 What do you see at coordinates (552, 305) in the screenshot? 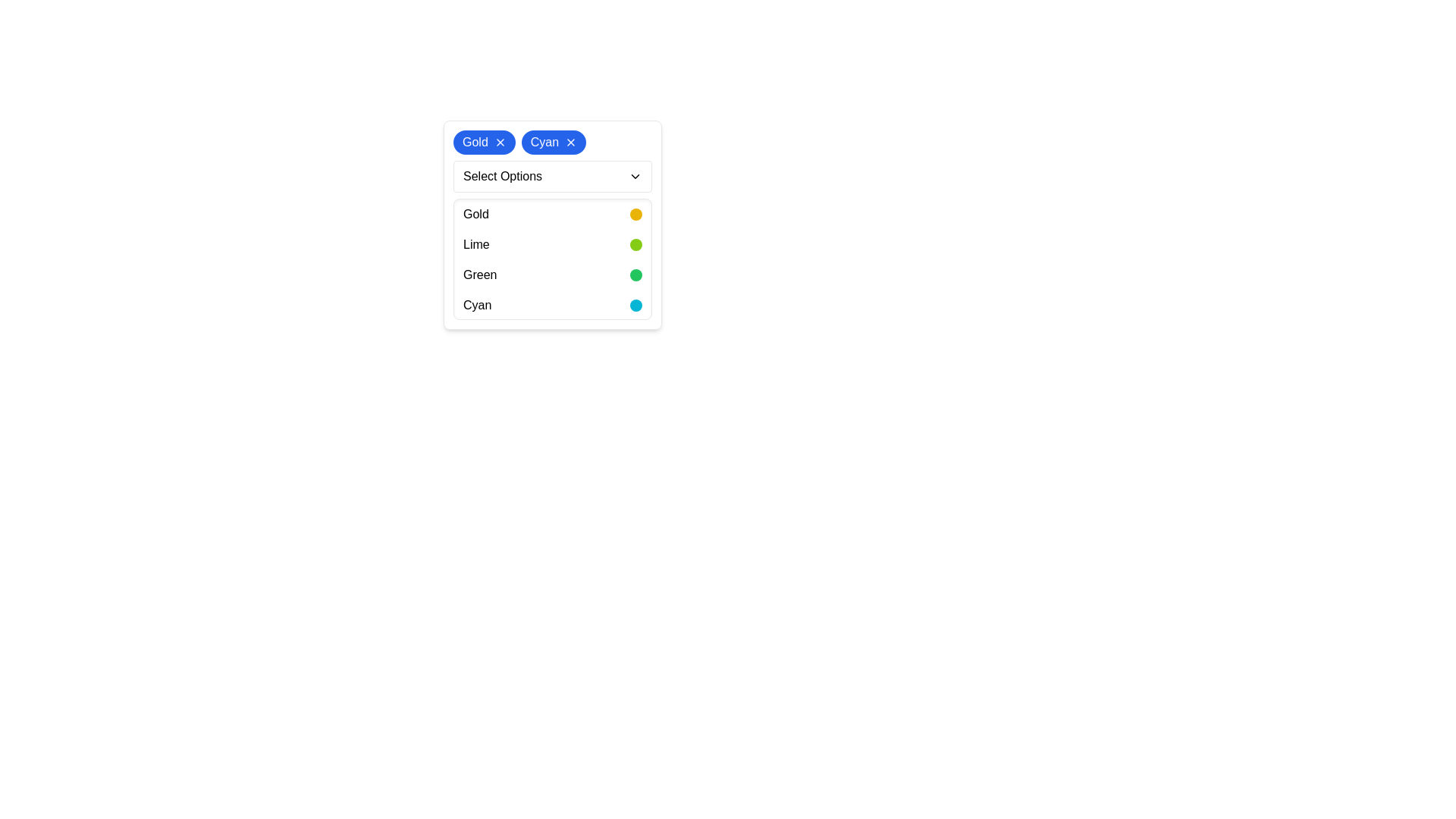
I see `to select the 'Cyan' option in the dropdown menu, which is the last item in the list and features a small cyan-colored badge on the right` at bounding box center [552, 305].